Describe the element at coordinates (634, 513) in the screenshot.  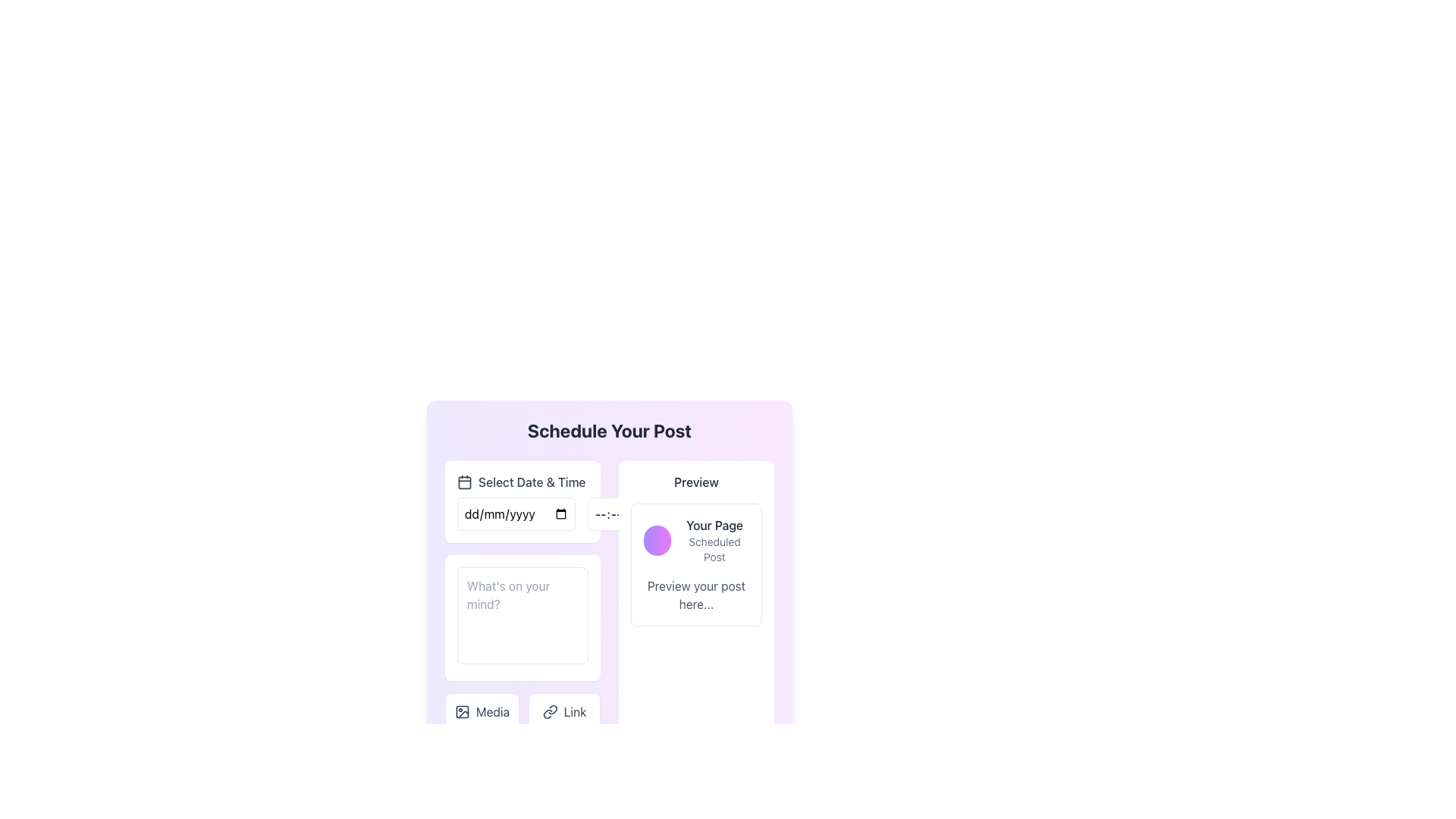
I see `the Time input field located to the right of the date input box in the 'Select Date & Time' section to focus on it for time input` at that location.